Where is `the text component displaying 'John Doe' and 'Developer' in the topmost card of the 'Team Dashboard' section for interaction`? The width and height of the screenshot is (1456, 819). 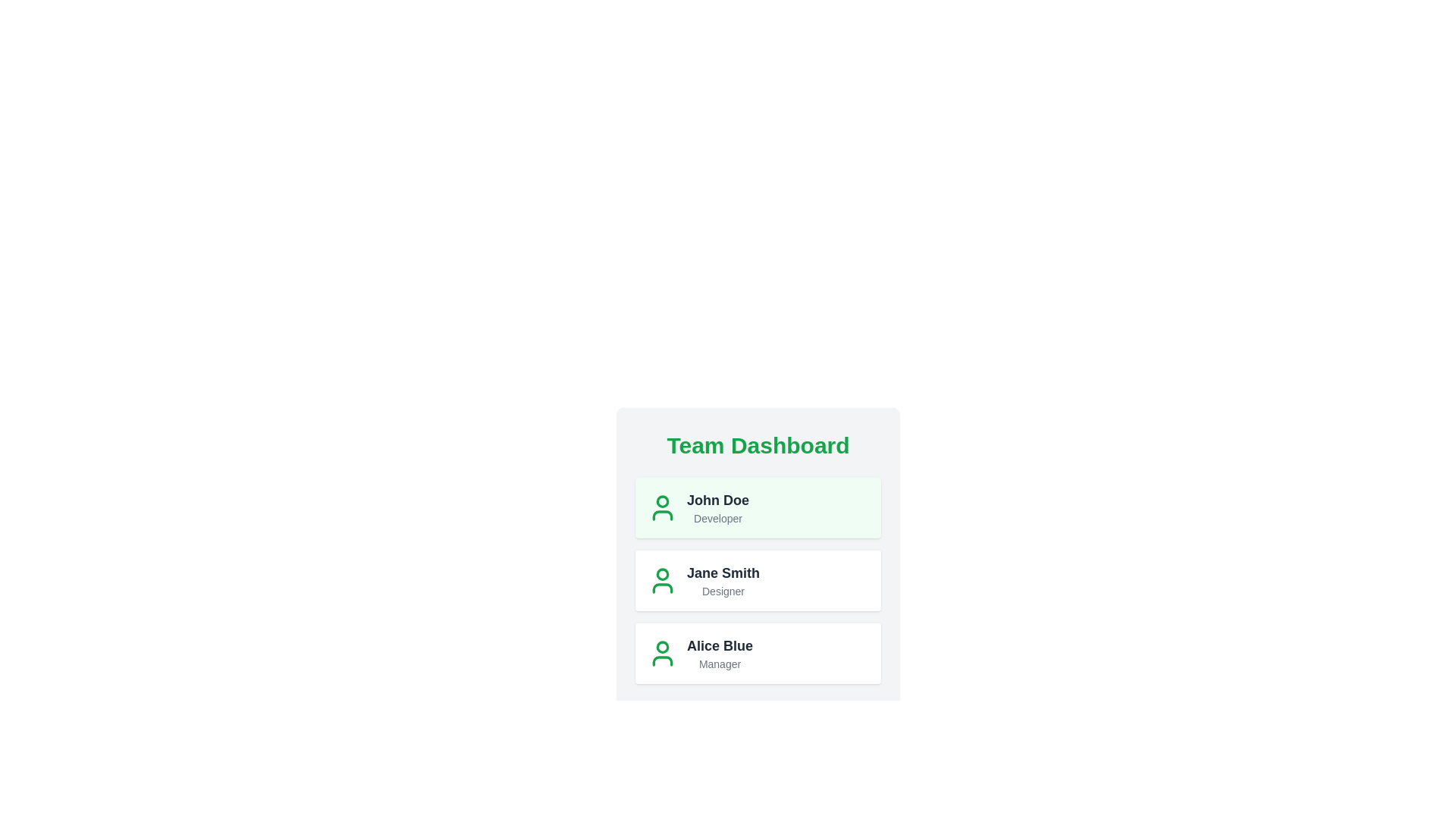
the text component displaying 'John Doe' and 'Developer' in the topmost card of the 'Team Dashboard' section for interaction is located at coordinates (717, 508).